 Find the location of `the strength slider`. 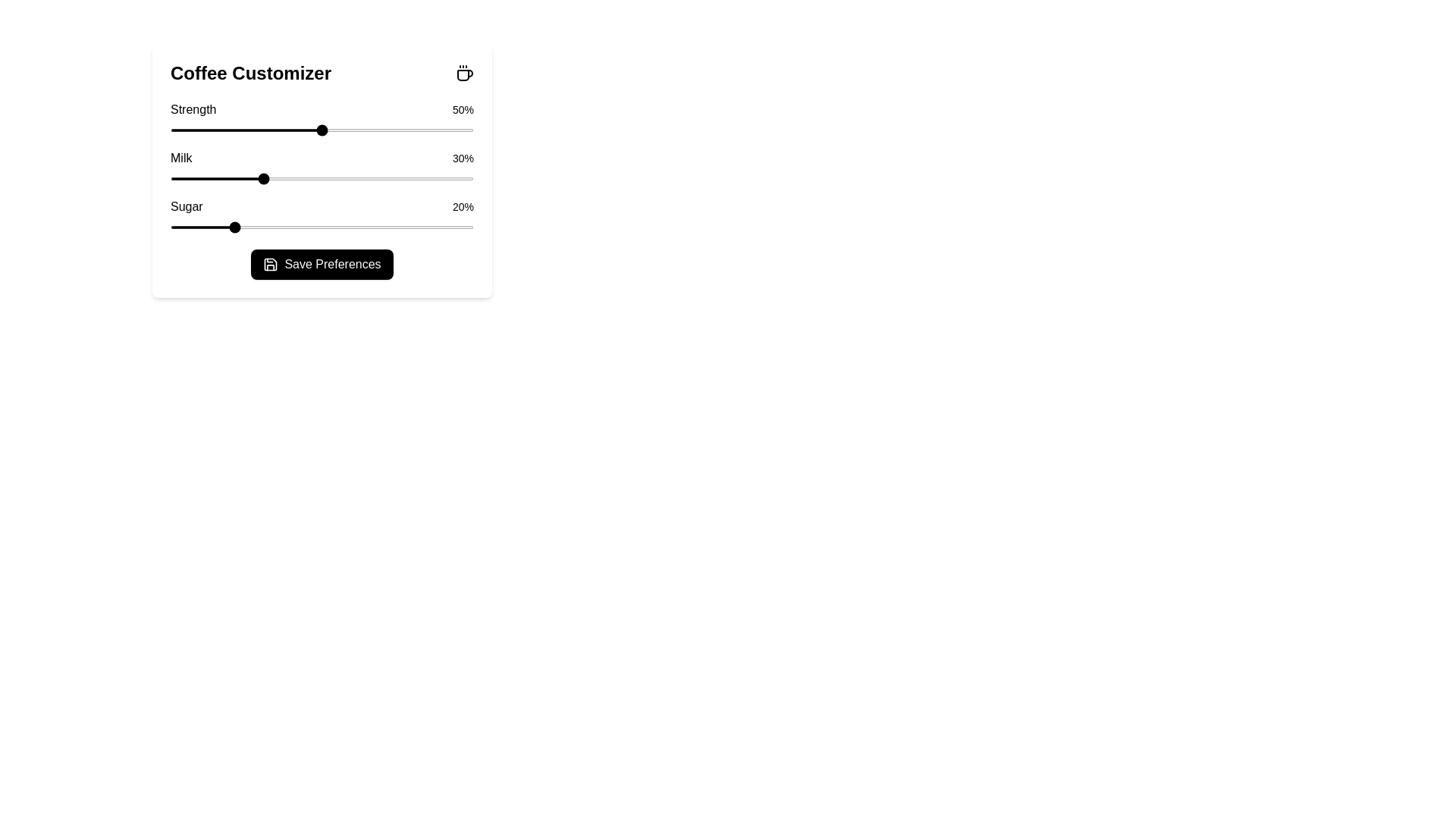

the strength slider is located at coordinates (457, 130).